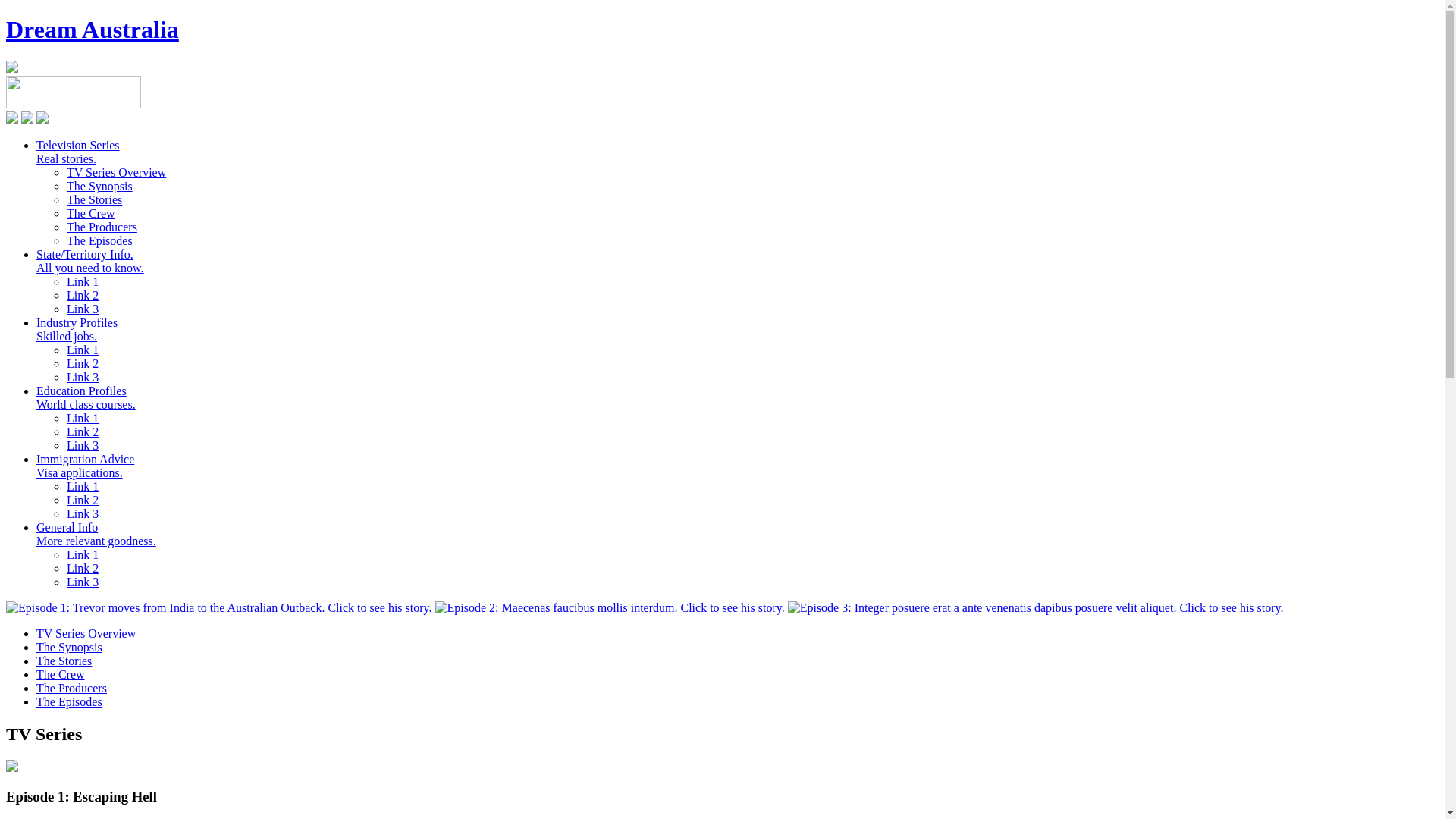  Describe the element at coordinates (82, 554) in the screenshot. I see `'Link 1'` at that location.